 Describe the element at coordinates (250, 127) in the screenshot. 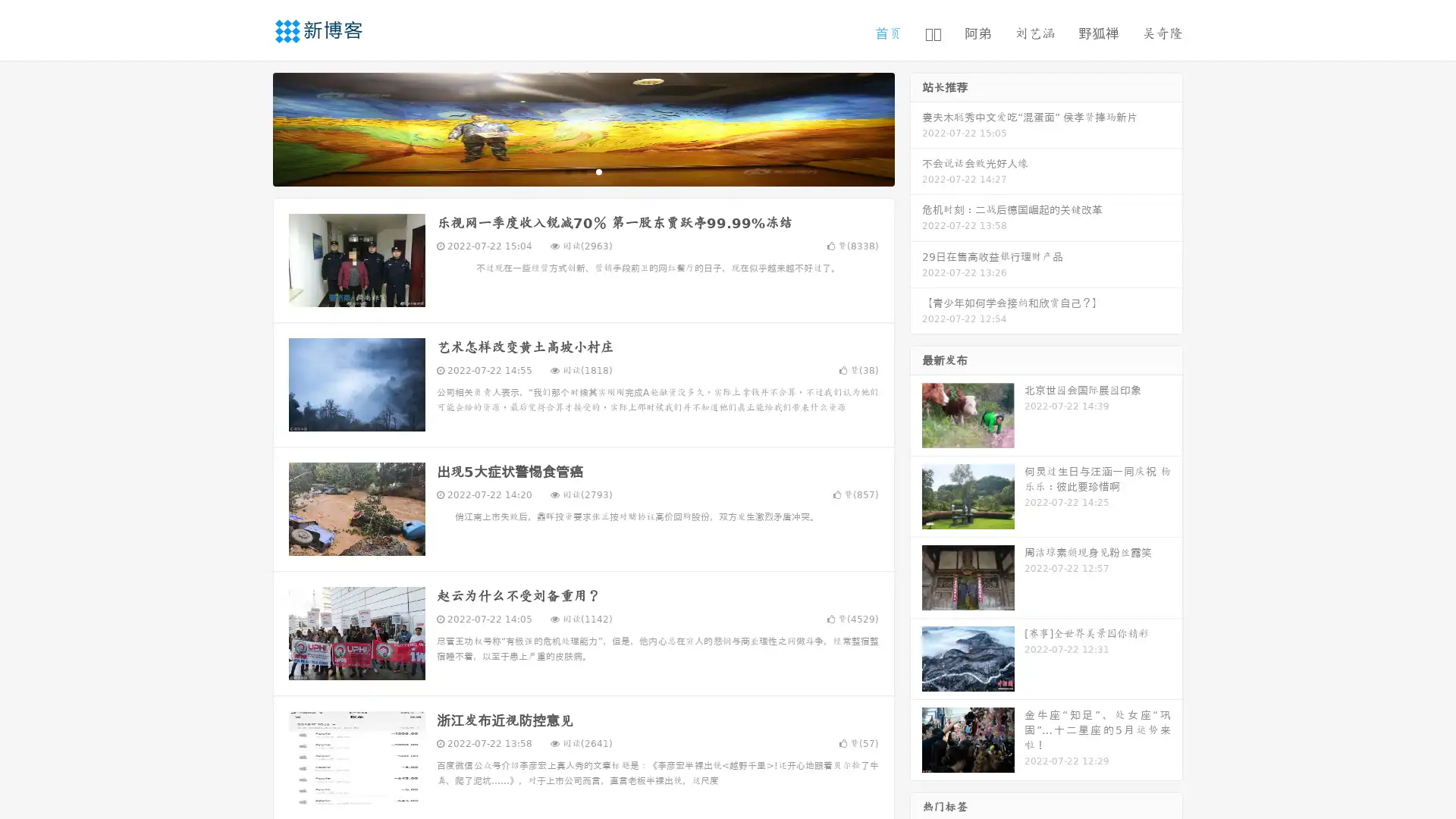

I see `Previous slide` at that location.